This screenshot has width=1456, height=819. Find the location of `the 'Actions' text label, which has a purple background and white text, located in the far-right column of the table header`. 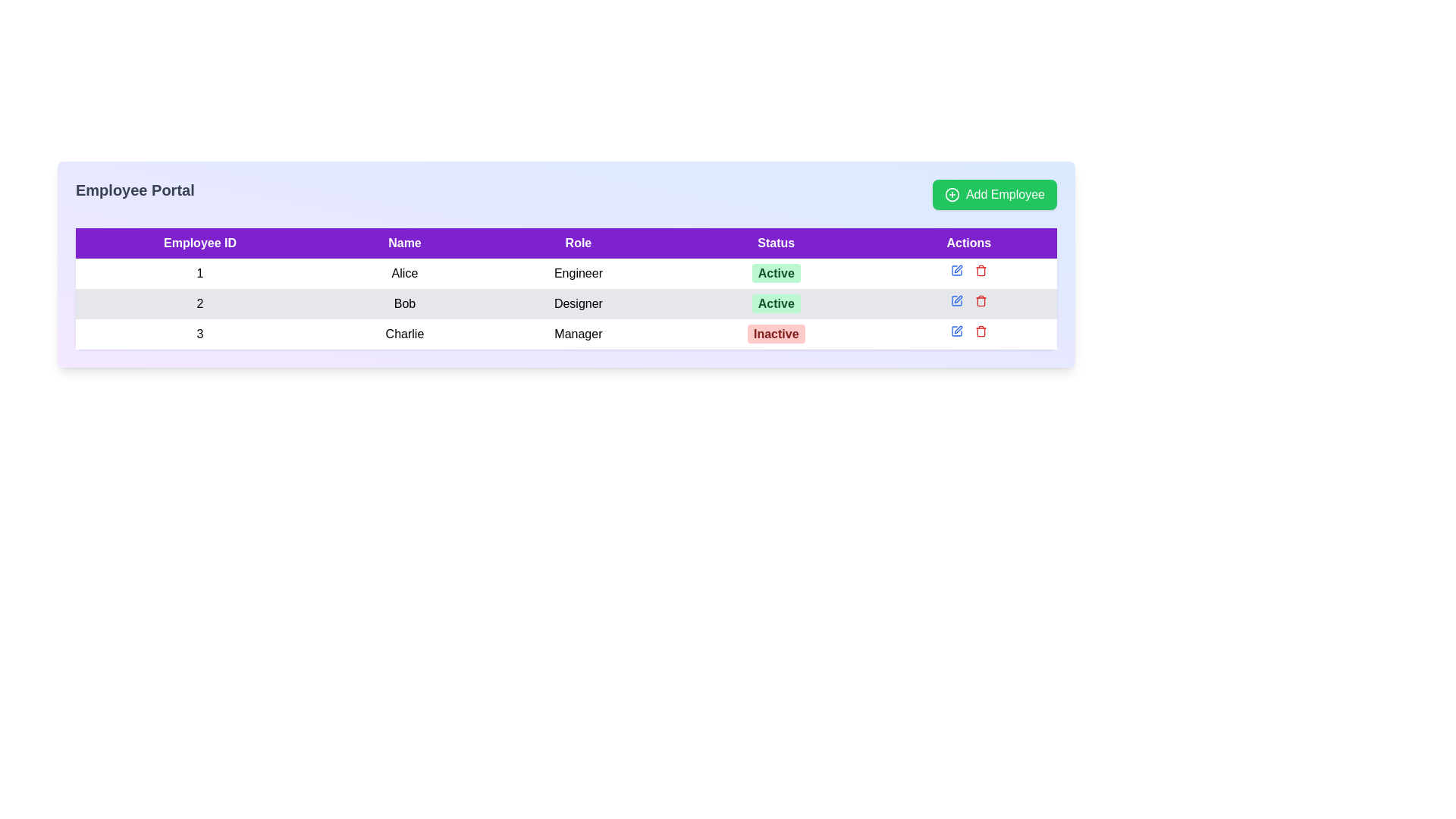

the 'Actions' text label, which has a purple background and white text, located in the far-right column of the table header is located at coordinates (968, 242).